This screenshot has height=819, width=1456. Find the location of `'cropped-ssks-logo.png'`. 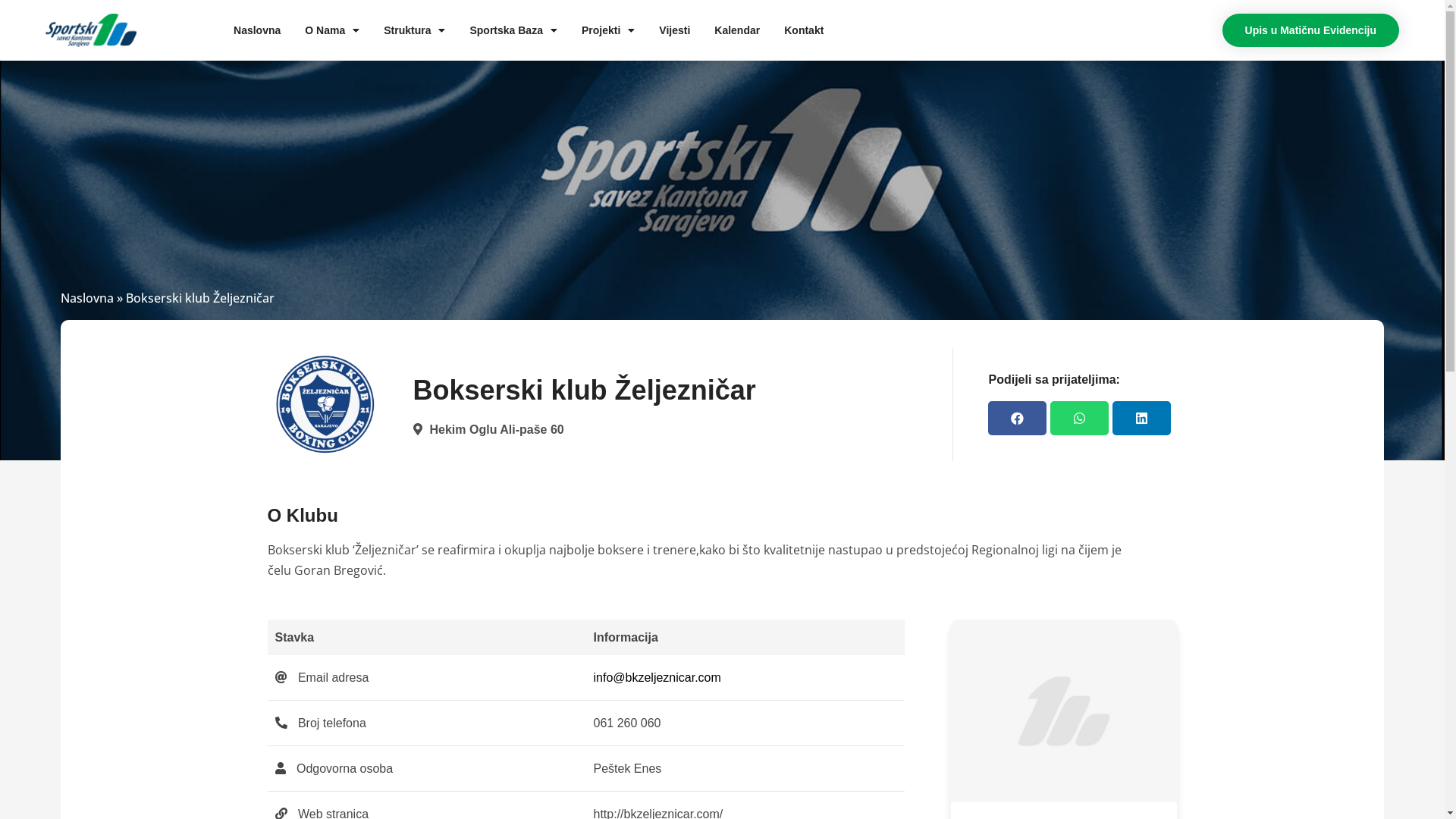

'cropped-ssks-logo.png' is located at coordinates (90, 30).